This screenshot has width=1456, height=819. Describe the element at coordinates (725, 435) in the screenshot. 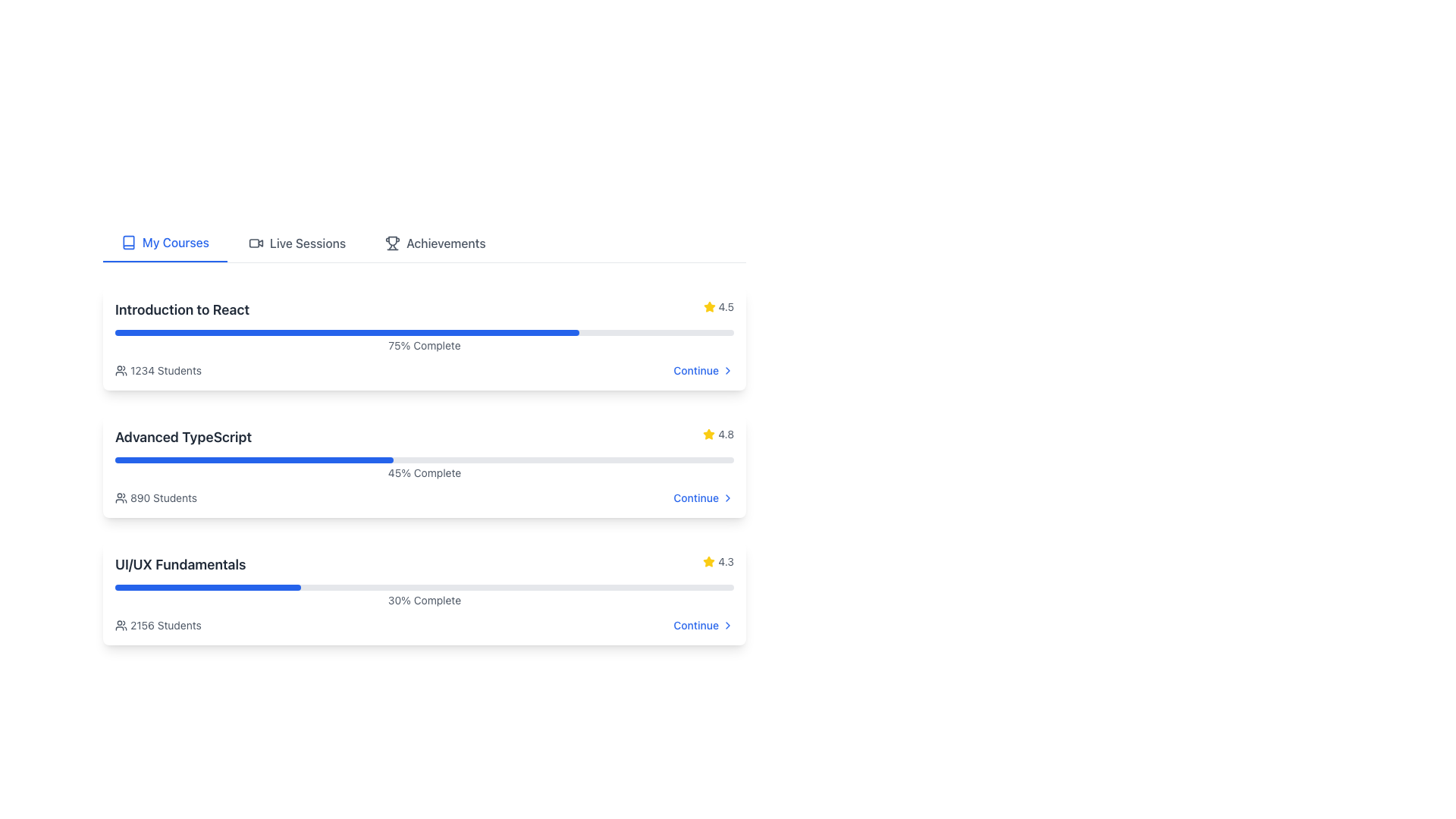

I see `the text label displaying the average rating of the 'Advanced TypeScript' course, located to the right of the star icon in the top-right corner of the course card` at that location.